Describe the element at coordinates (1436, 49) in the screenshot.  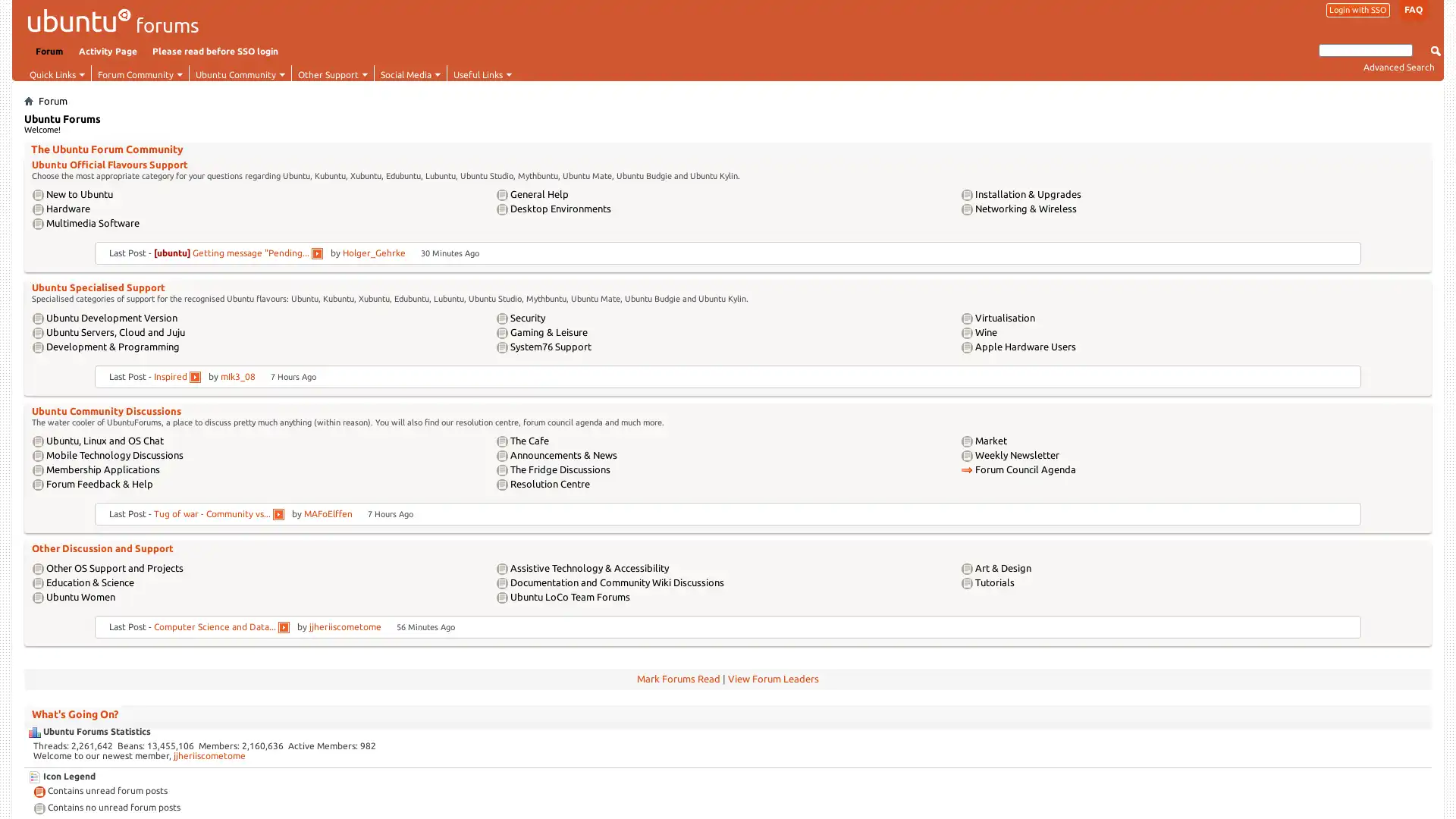
I see `Submit` at that location.